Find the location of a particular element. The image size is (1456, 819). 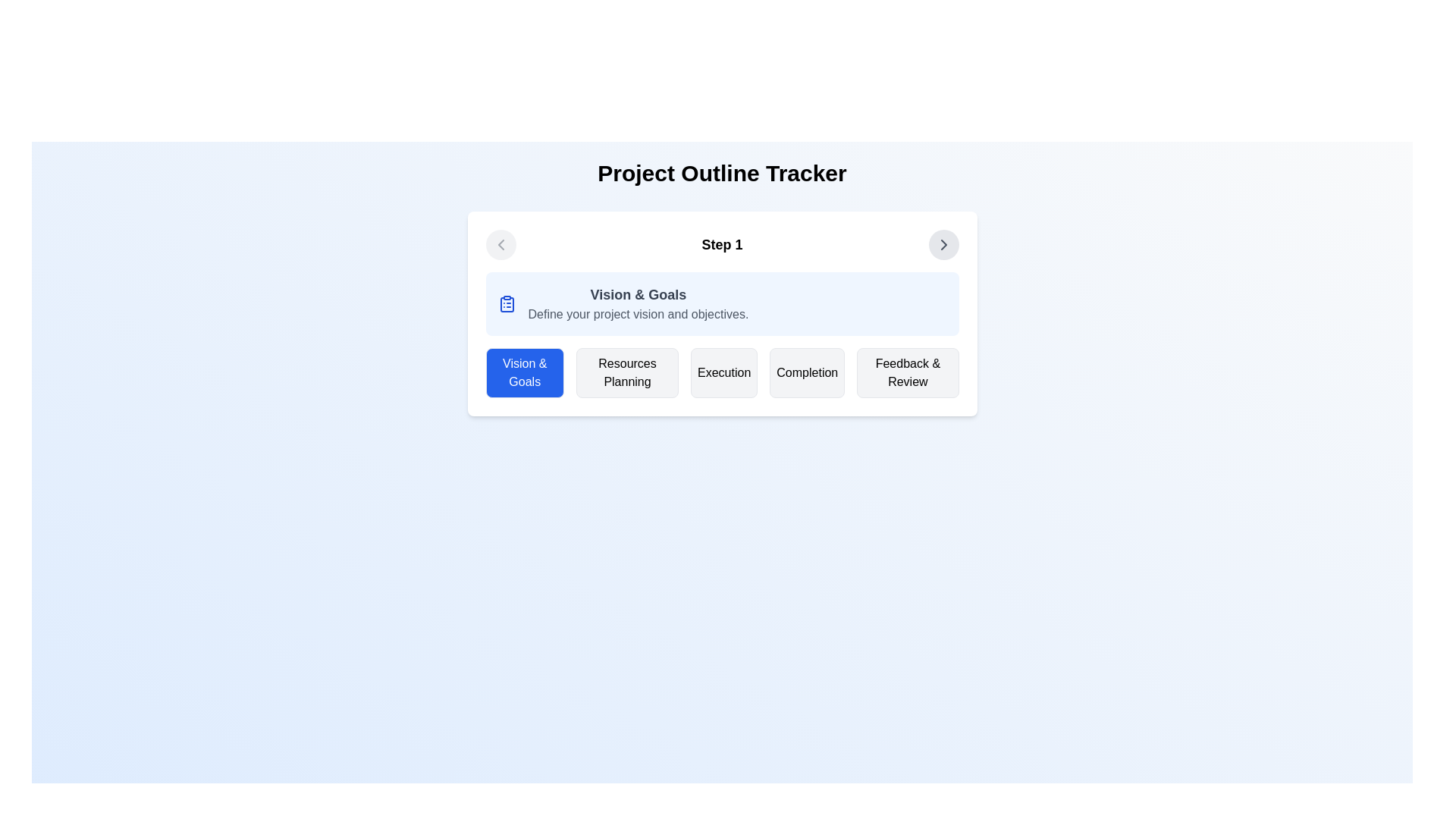

the 'Completion' button, which is a rectangular button with rounded corners, light gray background, and the text 'Completion' in bold, black font, located to the right of the 'Execution' button is located at coordinates (806, 373).